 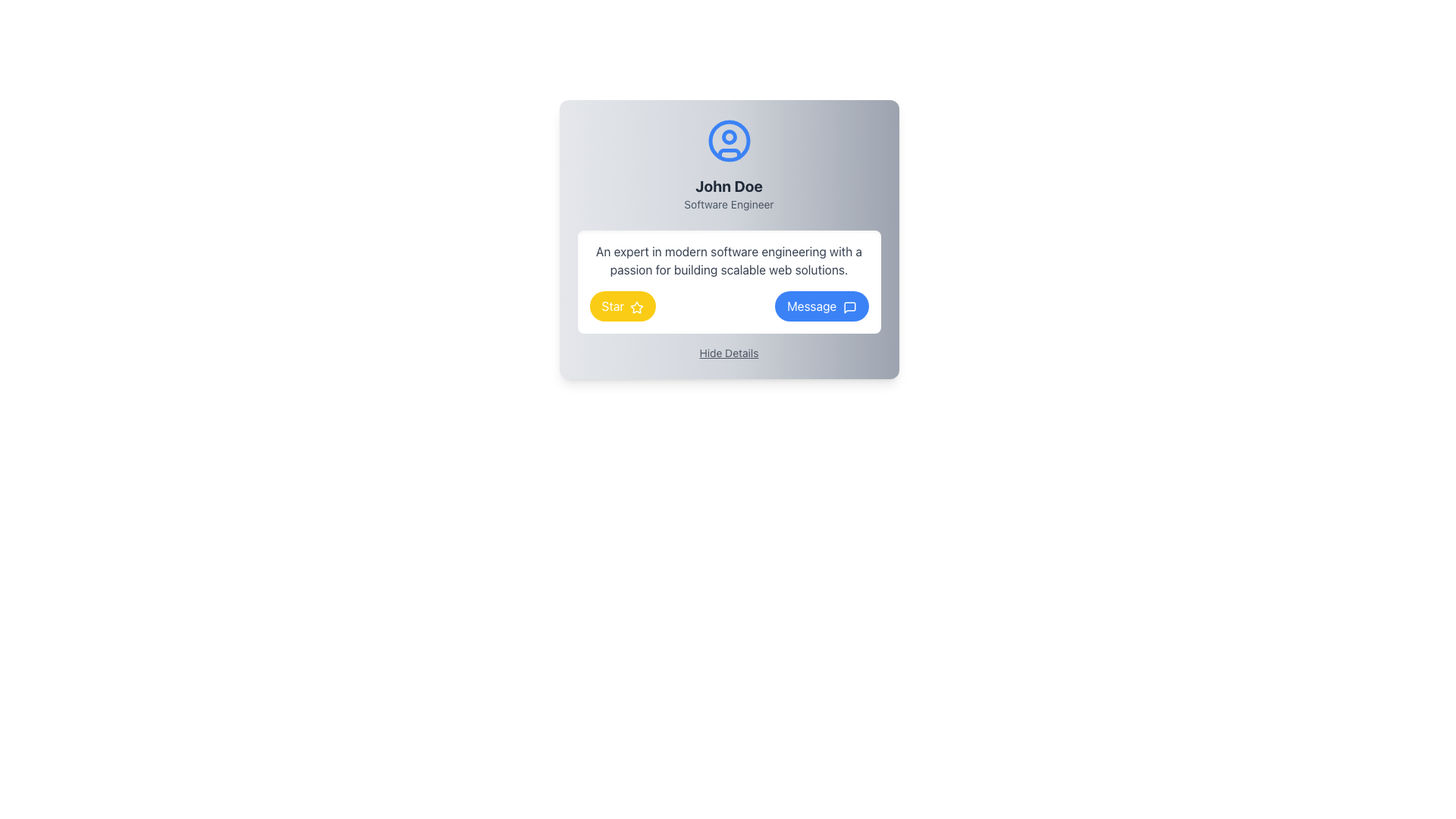 I want to click on text label displaying 'Software Engineer', which is styled in a small, gray font and located below the bold name 'John Doe', so click(x=729, y=205).